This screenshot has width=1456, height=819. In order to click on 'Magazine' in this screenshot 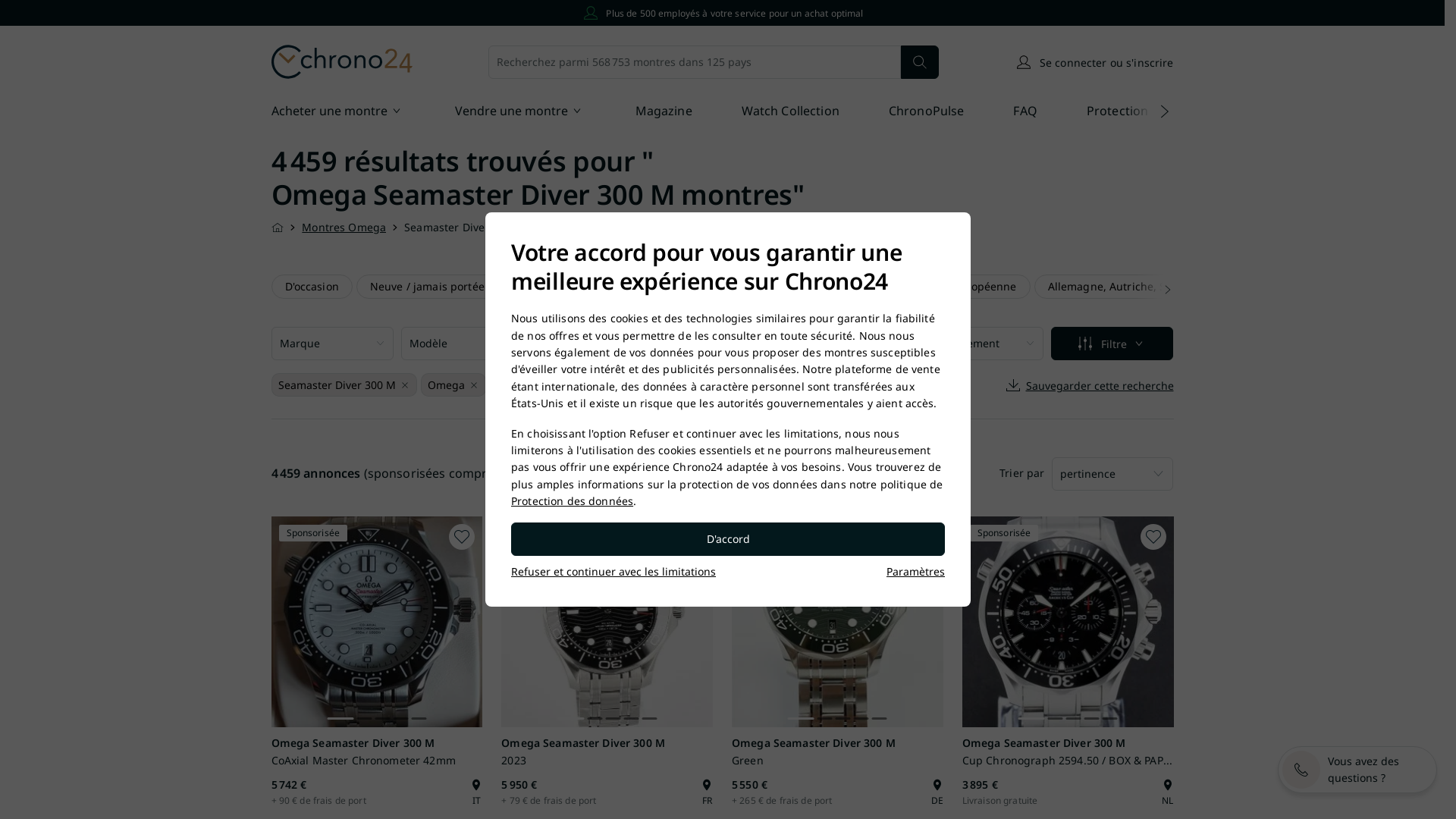, I will do `click(664, 111)`.